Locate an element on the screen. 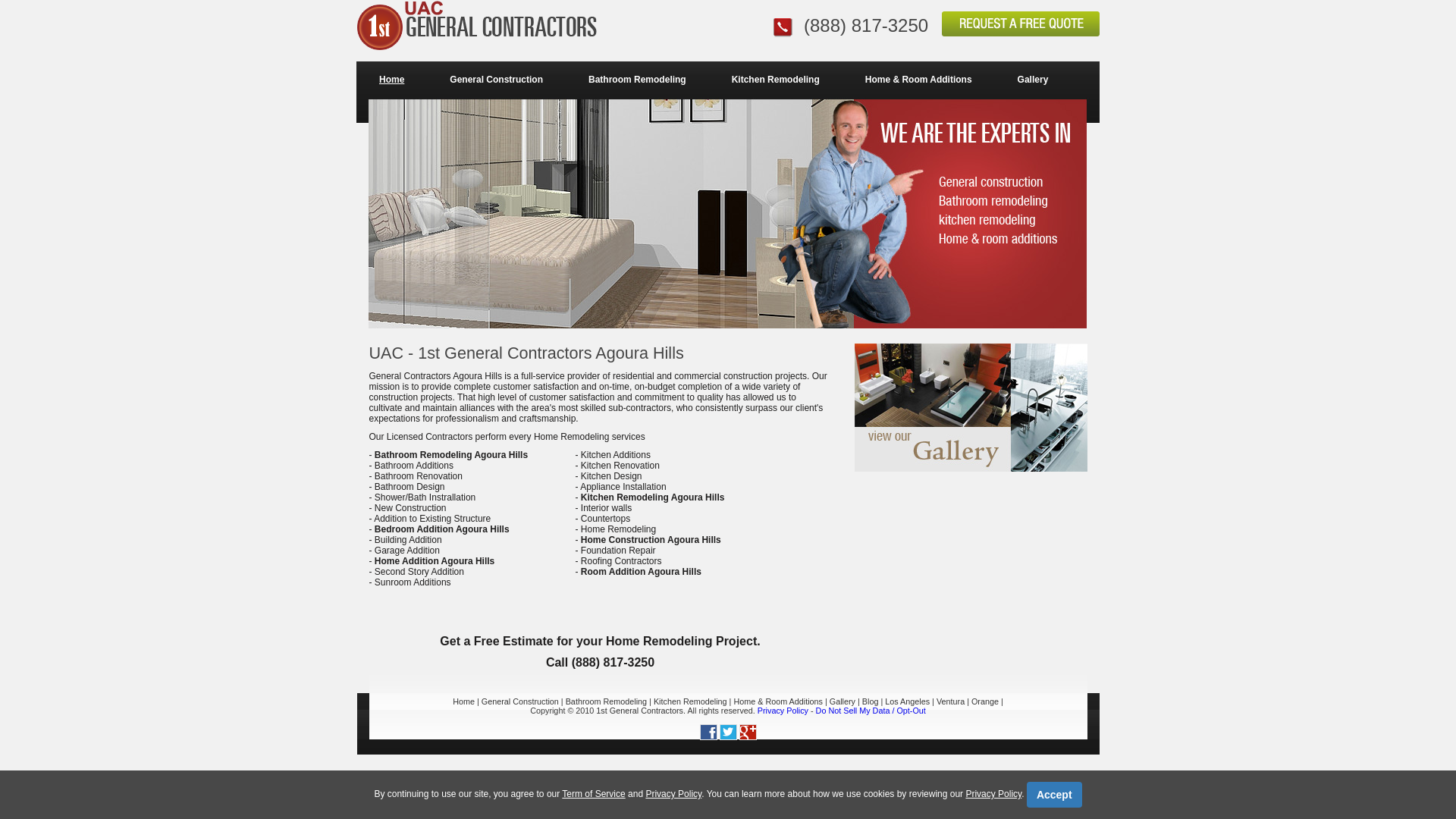 This screenshot has width=1456, height=819. 'Home' is located at coordinates (356, 79).